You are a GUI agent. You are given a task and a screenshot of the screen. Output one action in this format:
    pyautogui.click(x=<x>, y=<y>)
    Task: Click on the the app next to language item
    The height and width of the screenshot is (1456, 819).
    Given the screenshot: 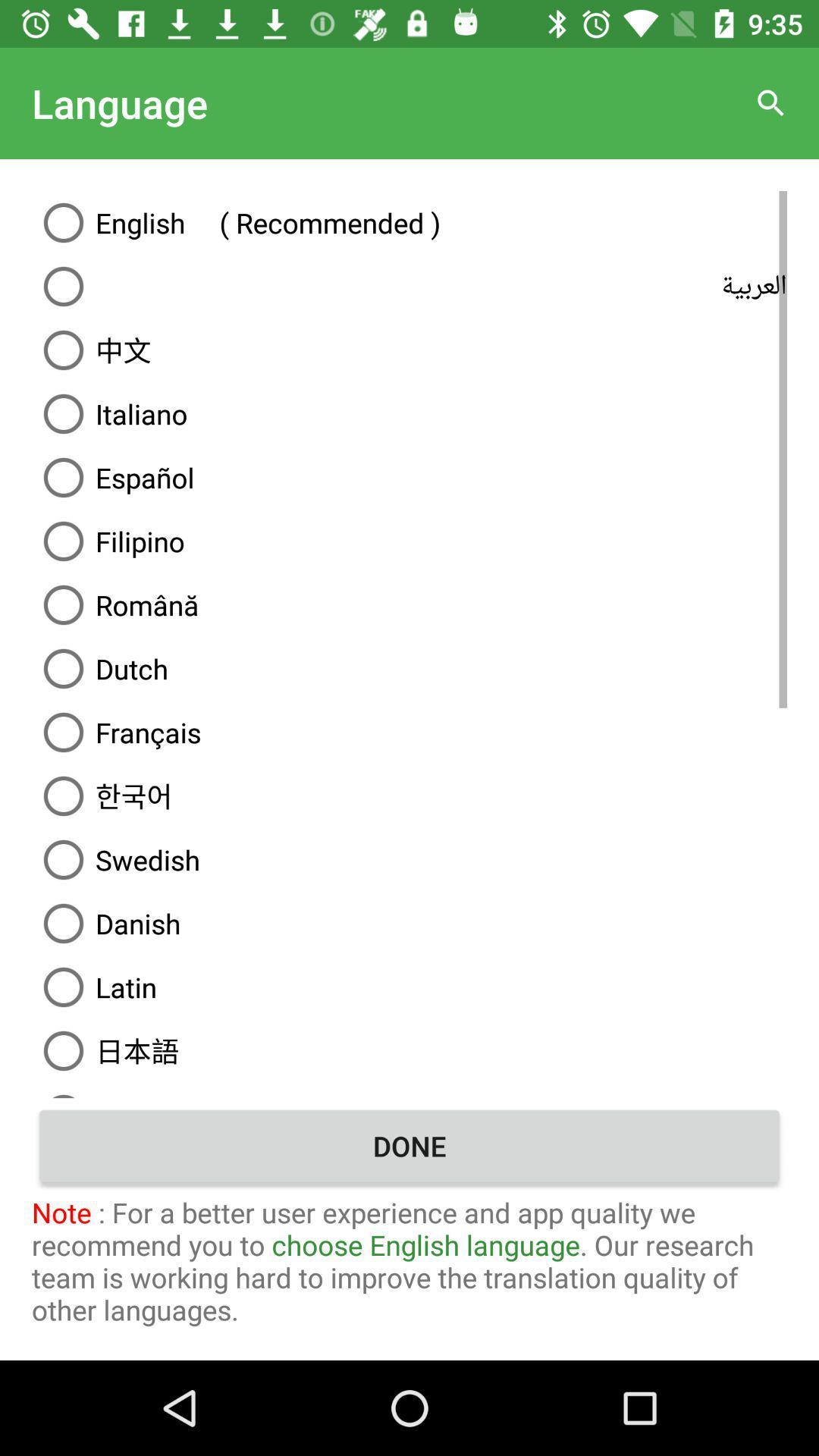 What is the action you would take?
    pyautogui.click(x=771, y=102)
    